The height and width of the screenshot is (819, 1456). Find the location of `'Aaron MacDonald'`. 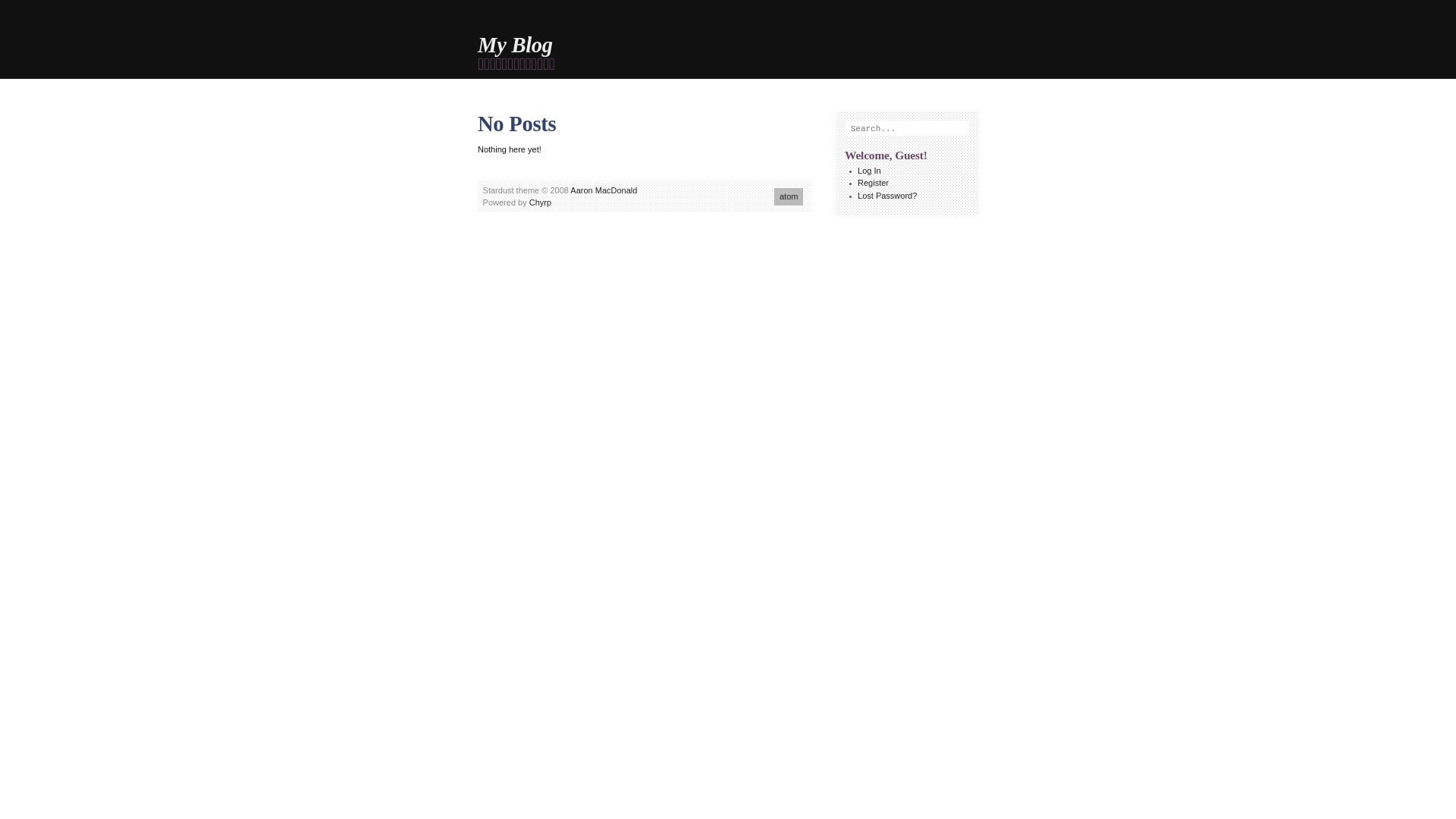

'Aaron MacDonald' is located at coordinates (603, 189).